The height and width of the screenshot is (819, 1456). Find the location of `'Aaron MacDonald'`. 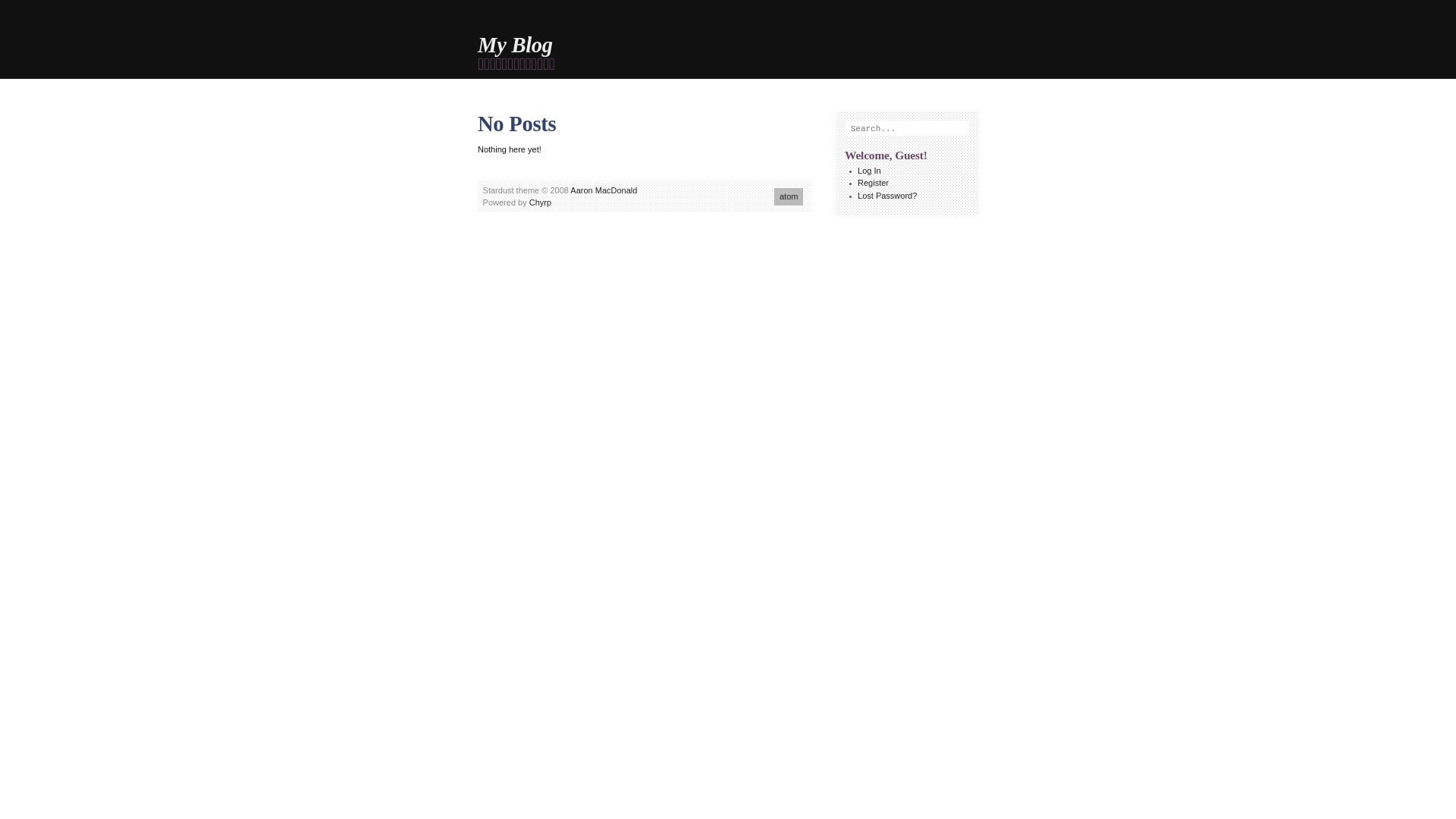

'Aaron MacDonald' is located at coordinates (603, 189).